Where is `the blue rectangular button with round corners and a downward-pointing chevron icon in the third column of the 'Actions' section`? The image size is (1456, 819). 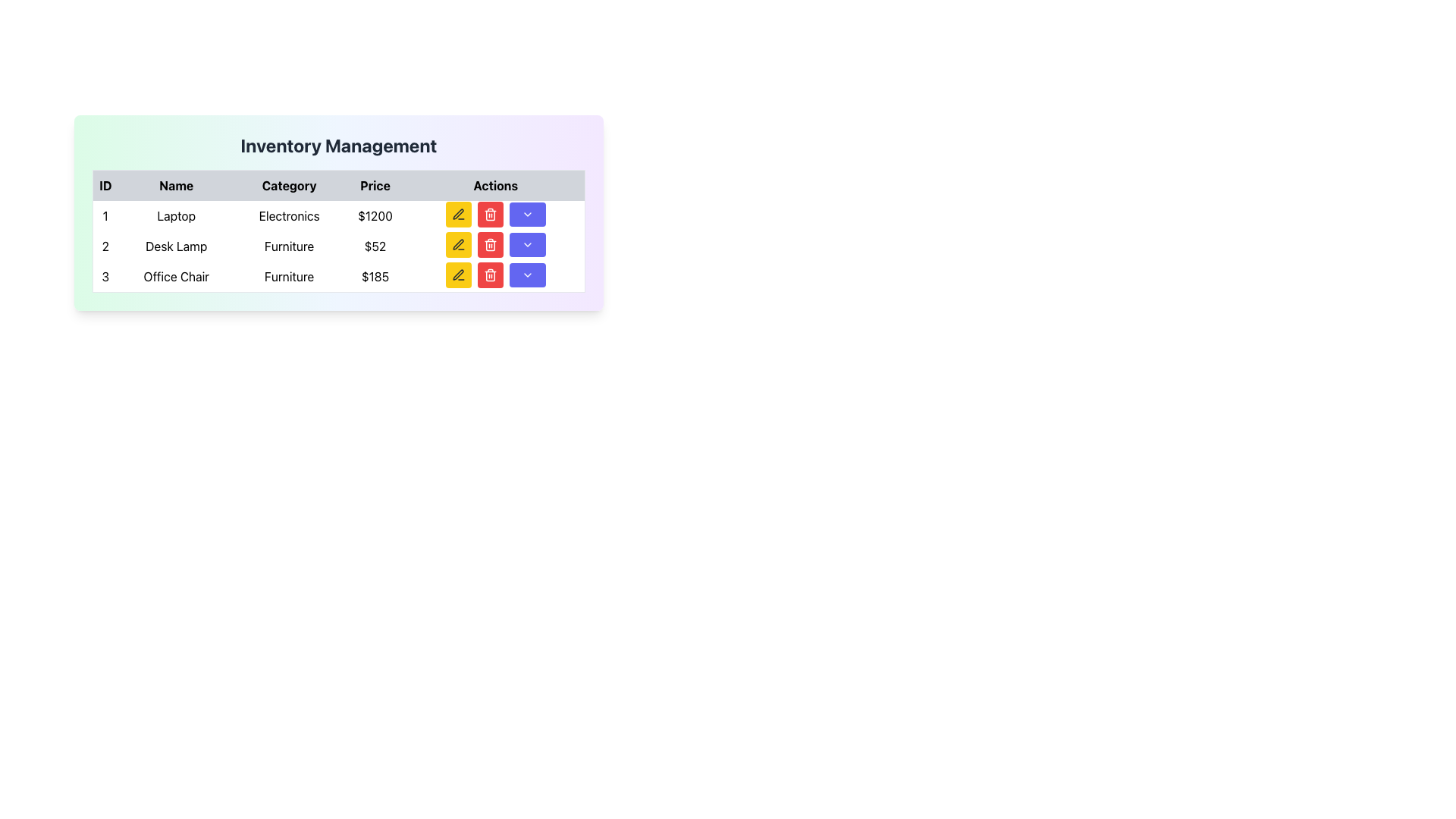
the blue rectangular button with round corners and a downward-pointing chevron icon in the third column of the 'Actions' section is located at coordinates (527, 244).